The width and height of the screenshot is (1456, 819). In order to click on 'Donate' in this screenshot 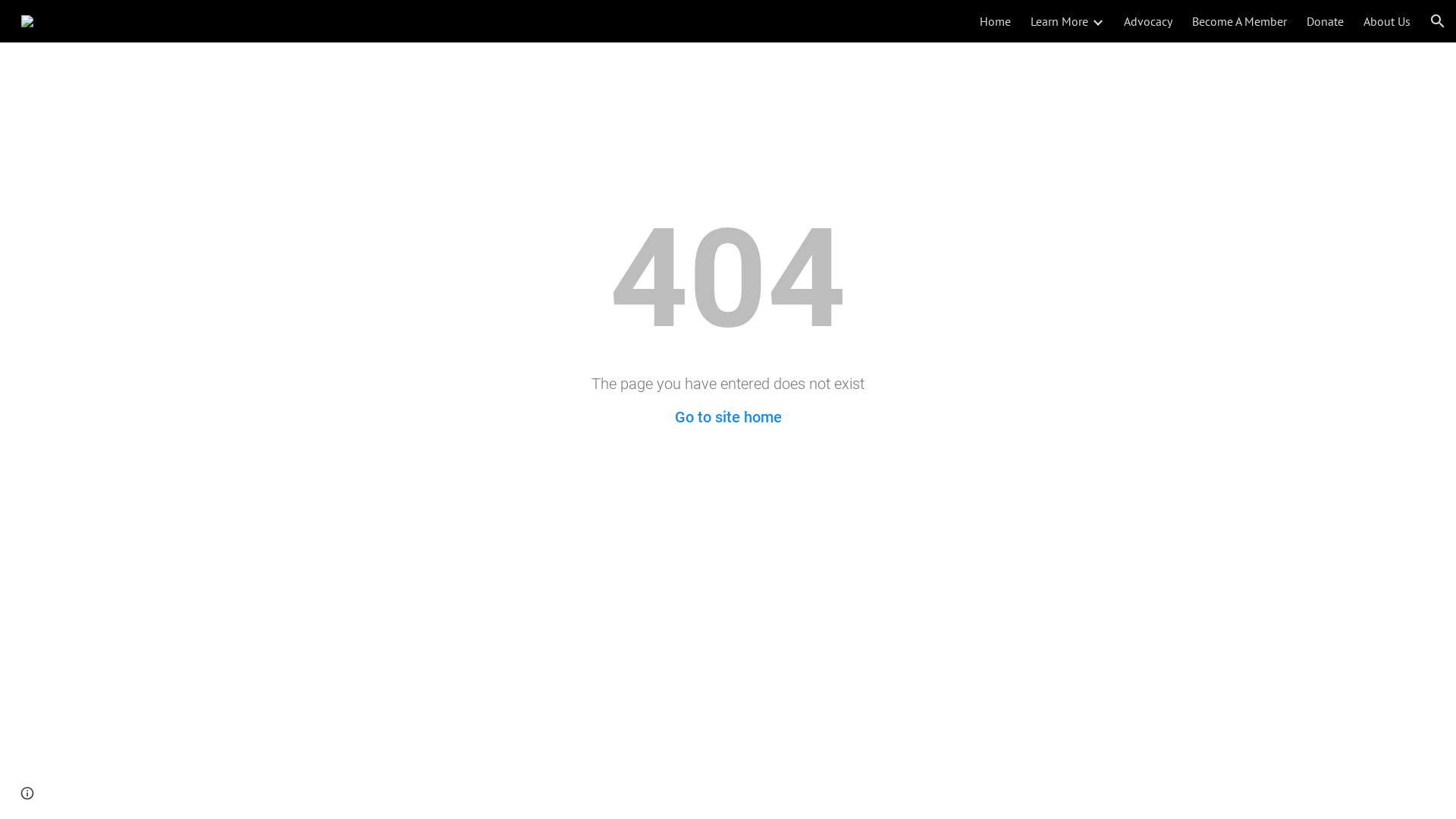, I will do `click(1324, 20)`.